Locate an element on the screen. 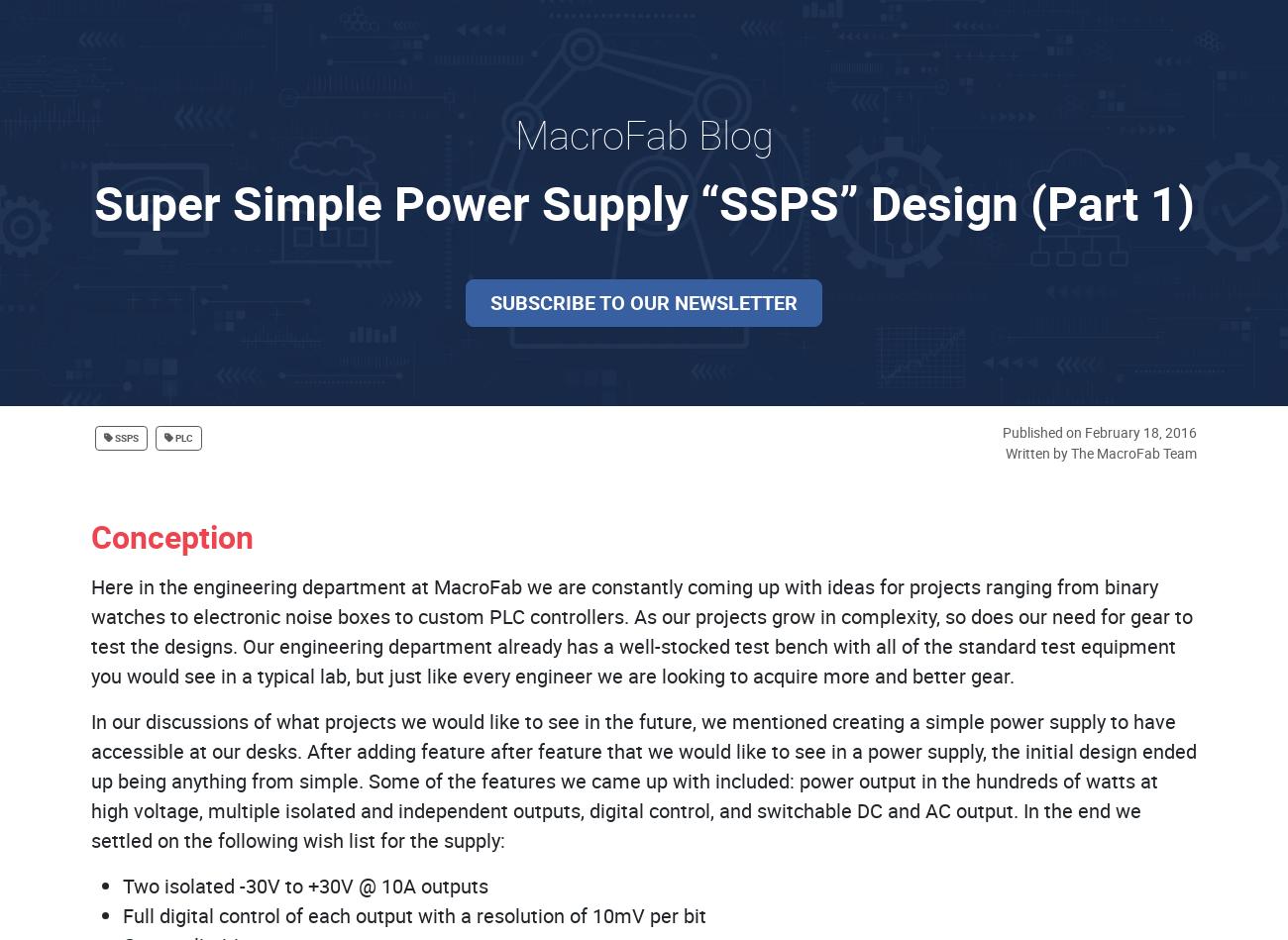  'Figure 10: 8 ohm load' is located at coordinates (1023, 88).